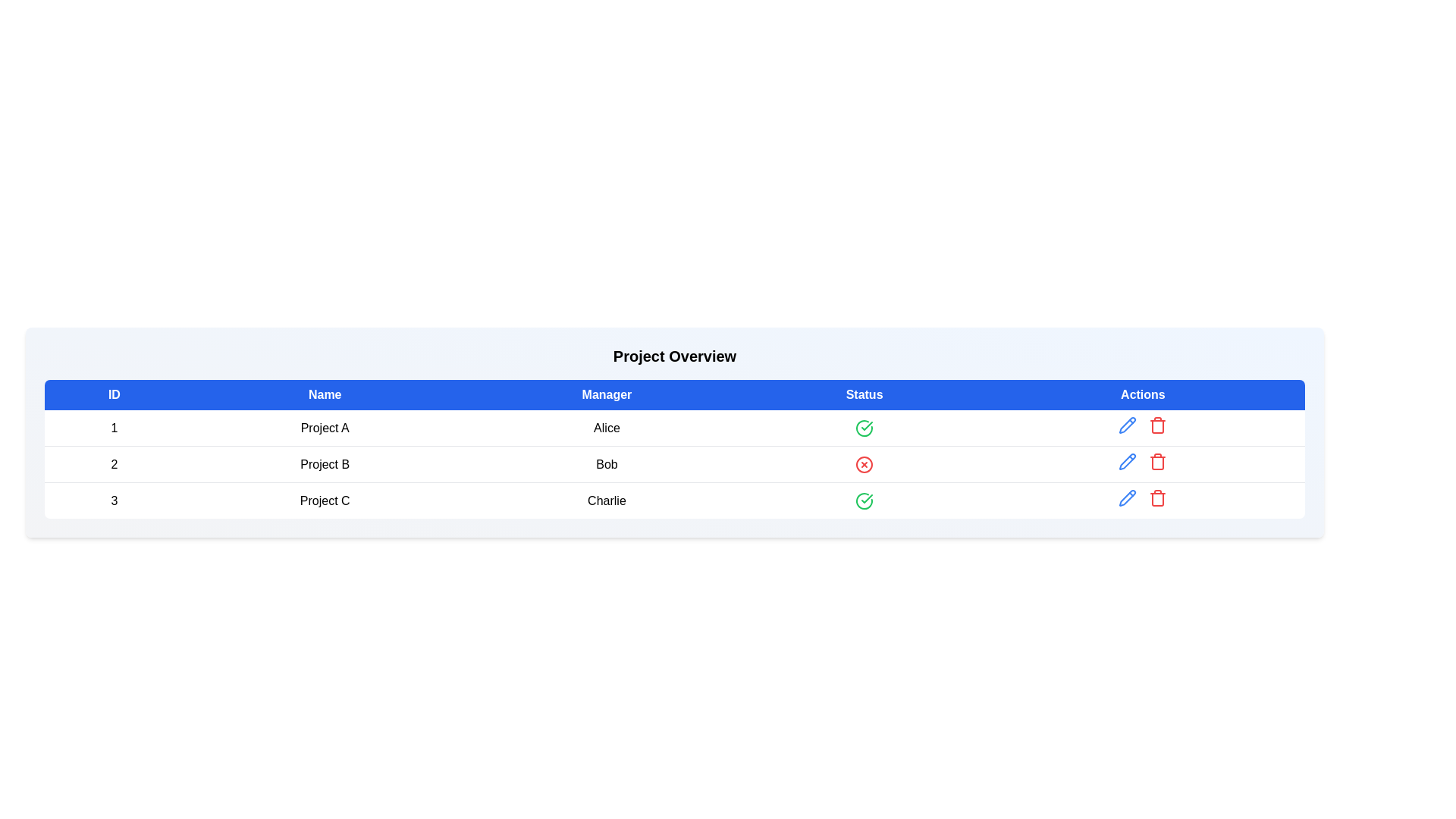  I want to click on the status icon located in the 'Status' column of the first row in the table, which indicates a positive or confirmed state for manager 'Alice' and project 'Project A', so click(864, 428).